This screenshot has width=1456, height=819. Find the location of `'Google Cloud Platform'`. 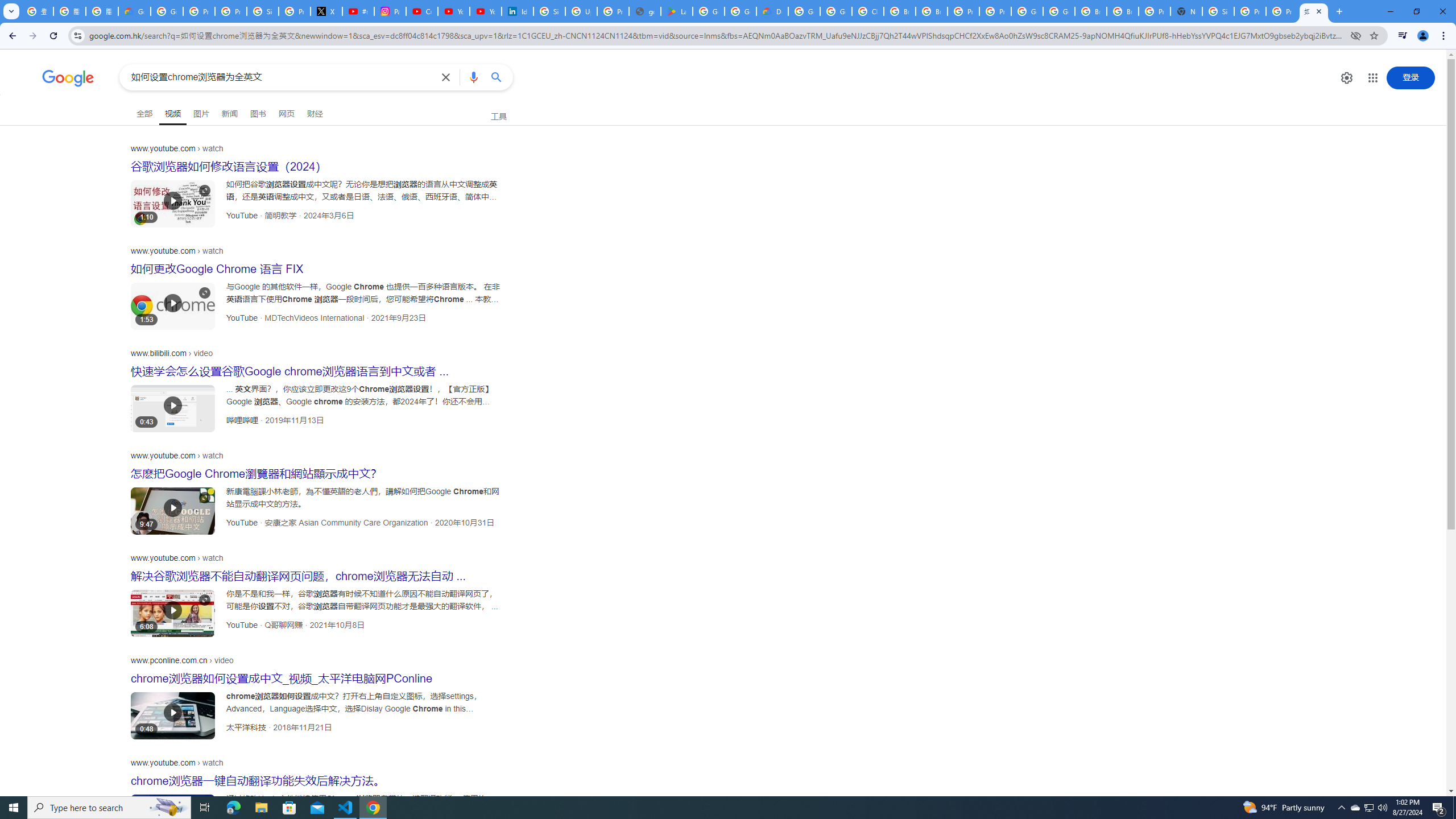

'Google Cloud Platform' is located at coordinates (1027, 11).